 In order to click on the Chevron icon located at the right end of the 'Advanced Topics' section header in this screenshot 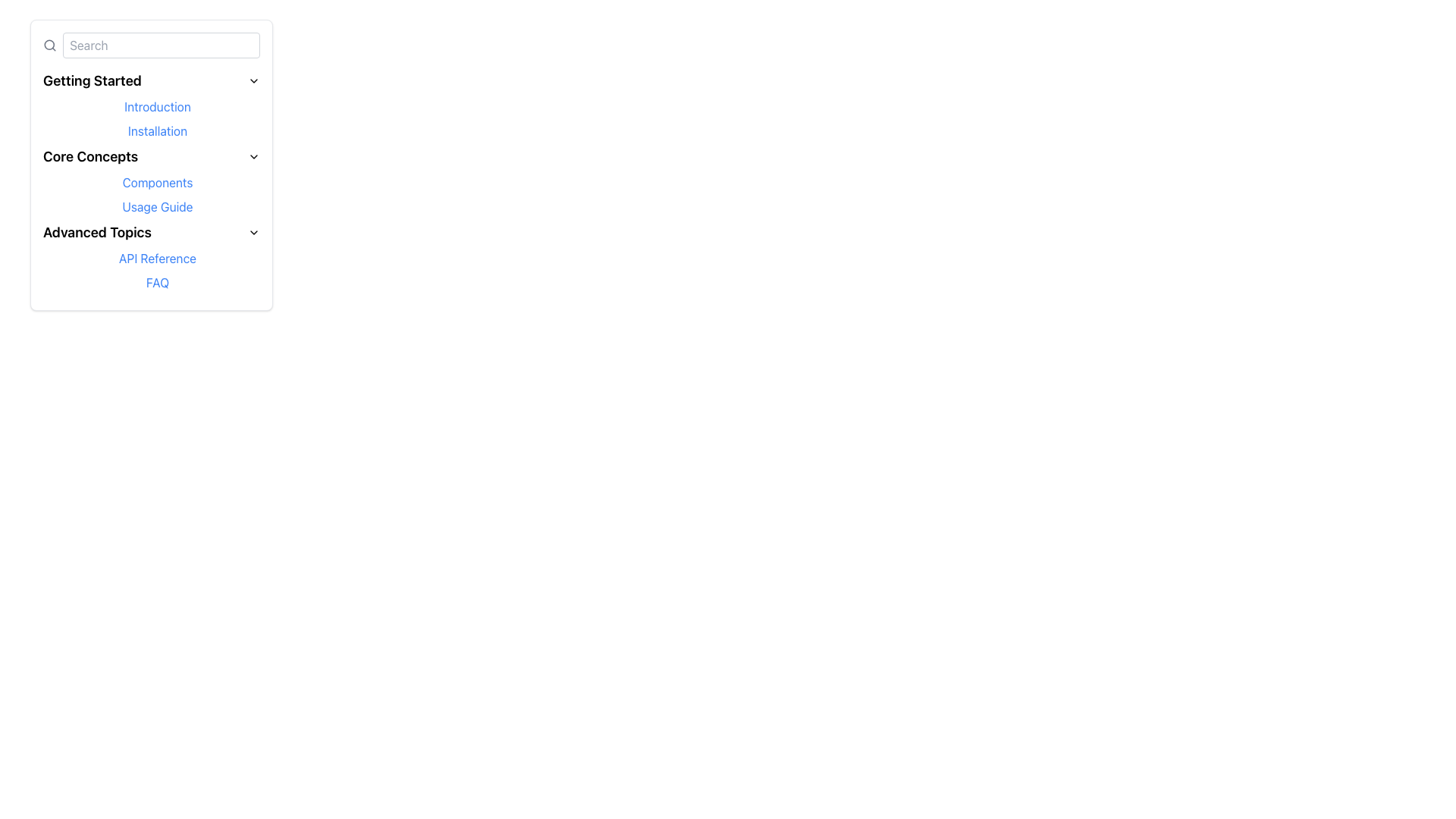, I will do `click(254, 233)`.